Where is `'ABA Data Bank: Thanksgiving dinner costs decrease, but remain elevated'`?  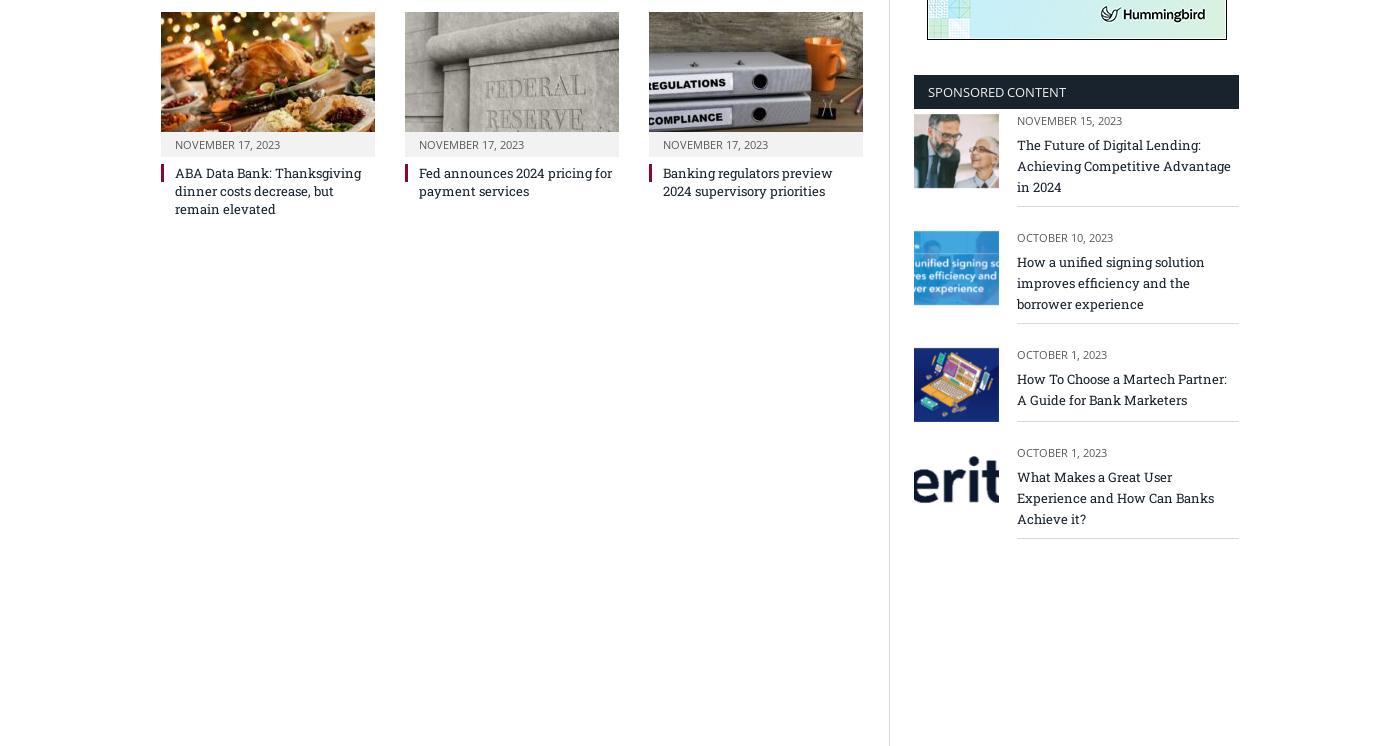
'ABA Data Bank: Thanksgiving dinner costs decrease, but remain elevated' is located at coordinates (175, 189).